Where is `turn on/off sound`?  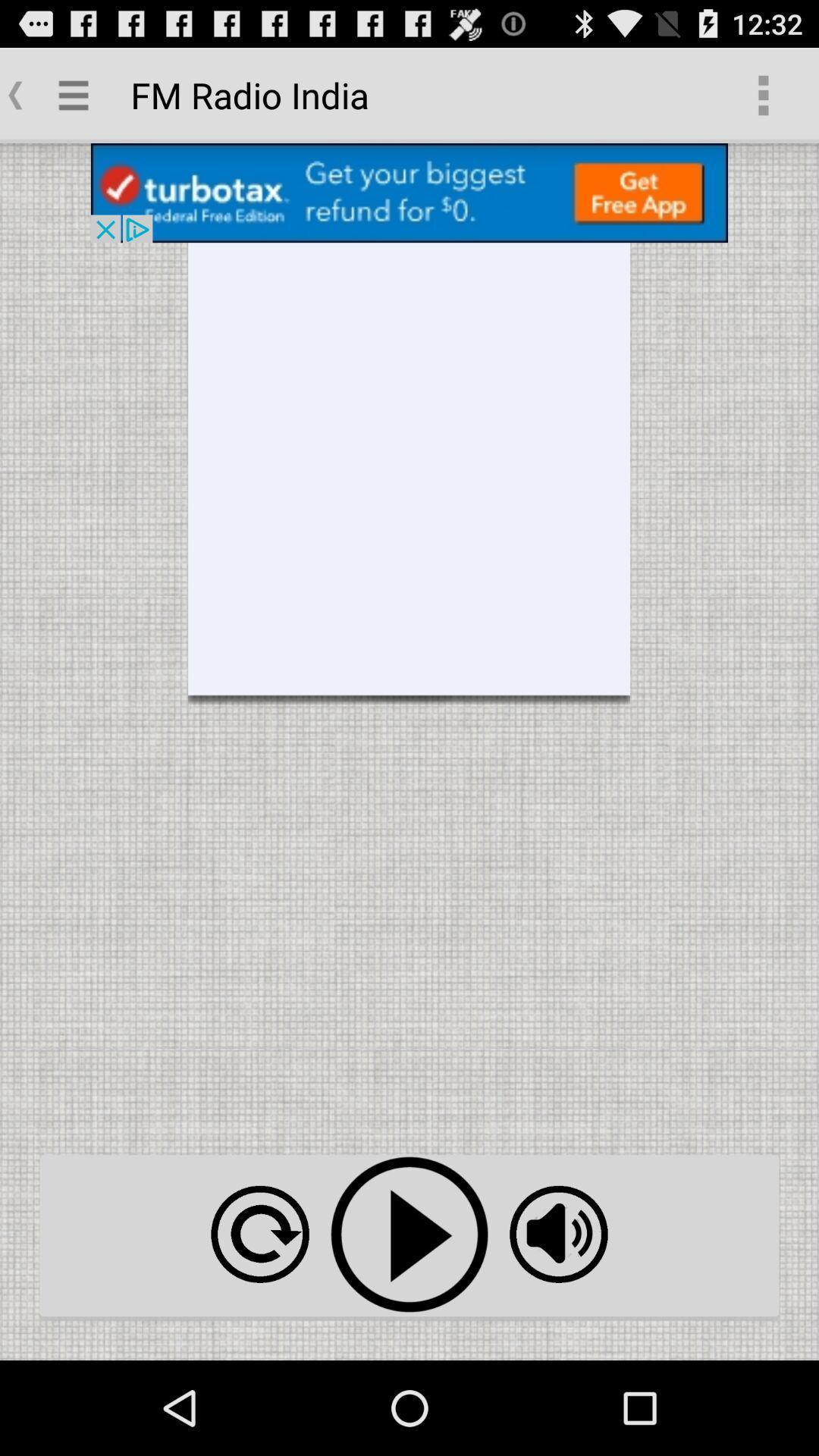
turn on/off sound is located at coordinates (558, 1234).